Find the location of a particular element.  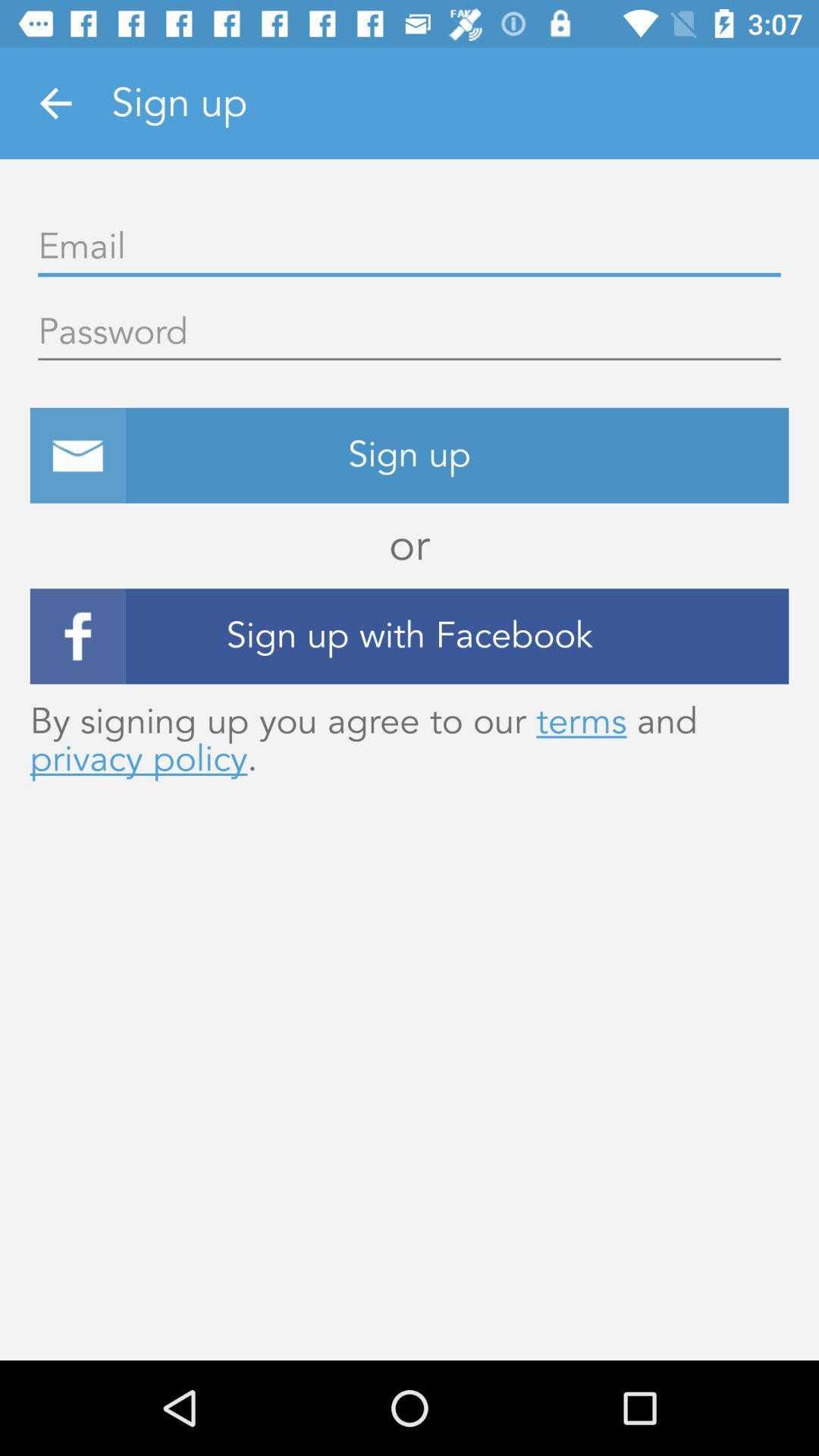

open field for email address is located at coordinates (409, 247).